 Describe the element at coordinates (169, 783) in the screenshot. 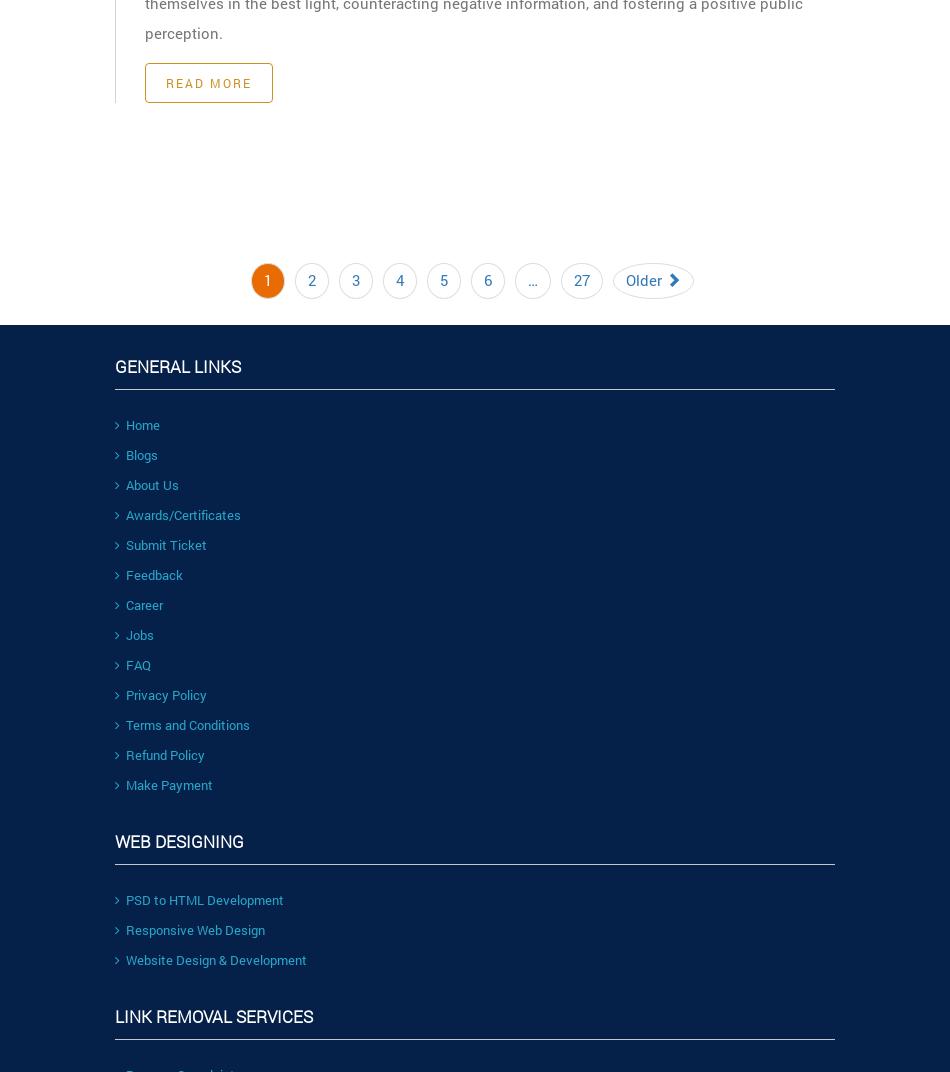

I see `'Make Payment'` at that location.